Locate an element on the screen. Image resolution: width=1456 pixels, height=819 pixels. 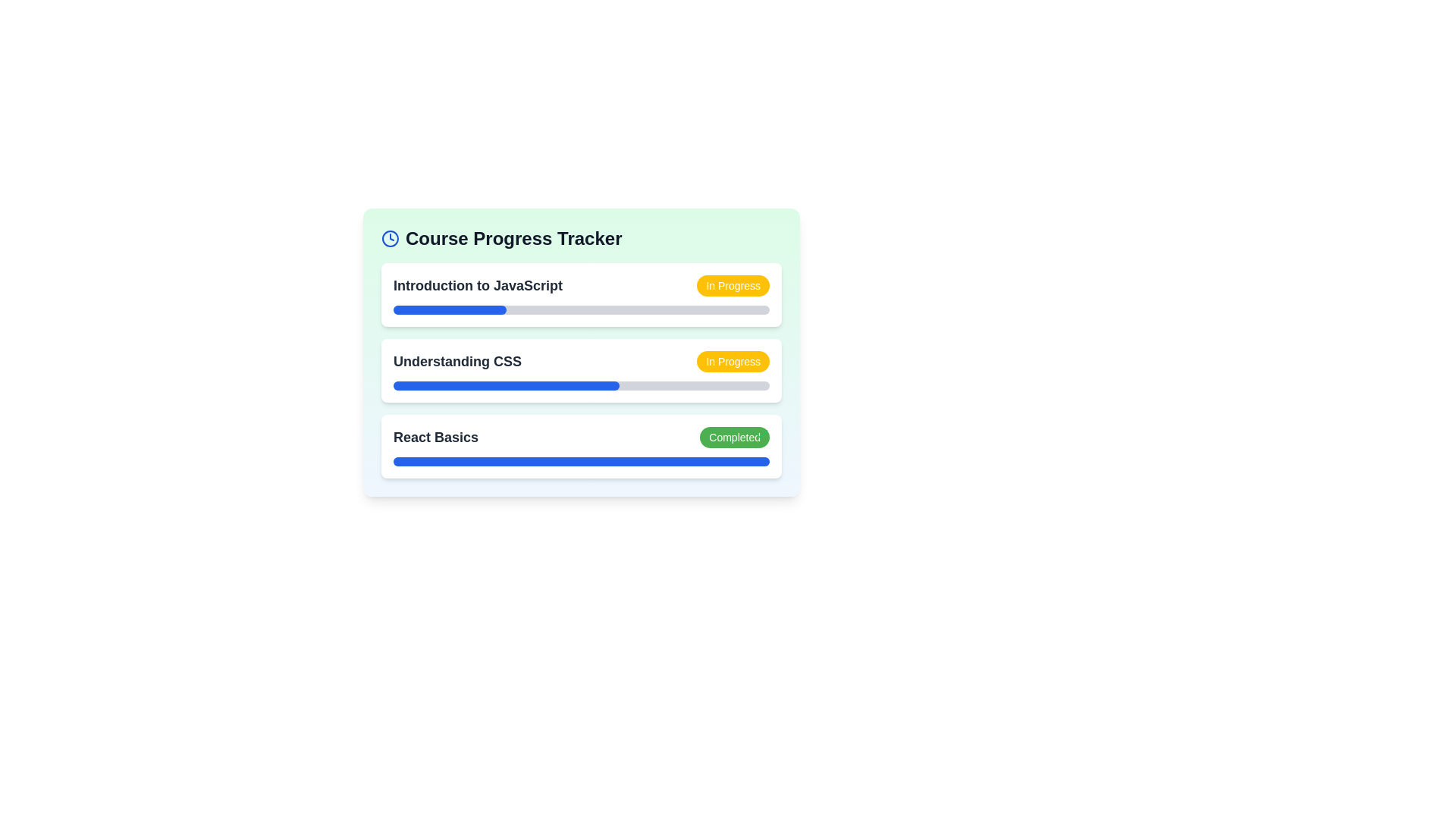
the second progress bar in the 'Understanding CSS' entry of the 'Course Progress Tracker' card, which indicates 60% completion is located at coordinates (506, 385).